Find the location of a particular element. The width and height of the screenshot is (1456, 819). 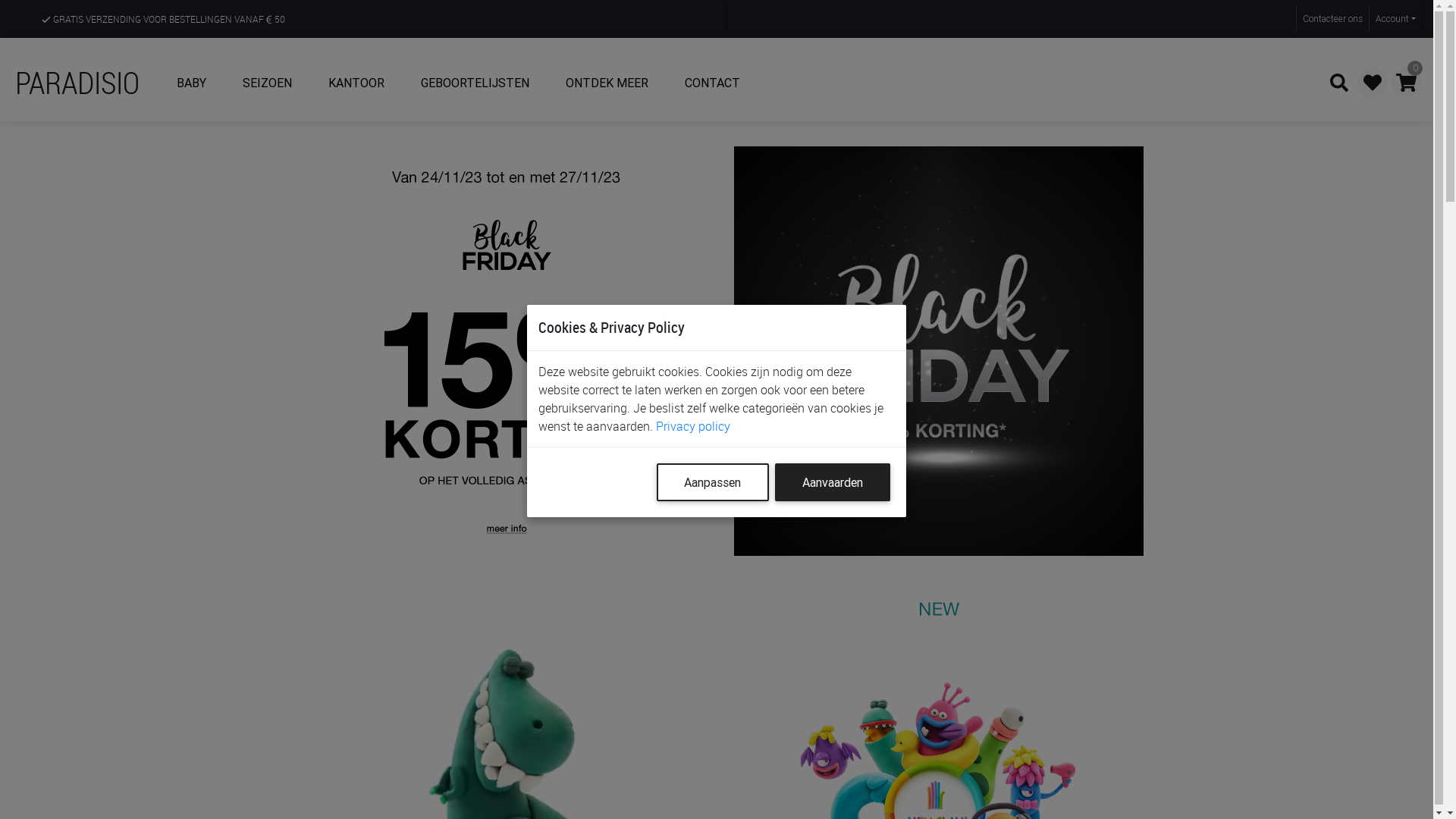

'Contacteer ons' is located at coordinates (1331, 18).